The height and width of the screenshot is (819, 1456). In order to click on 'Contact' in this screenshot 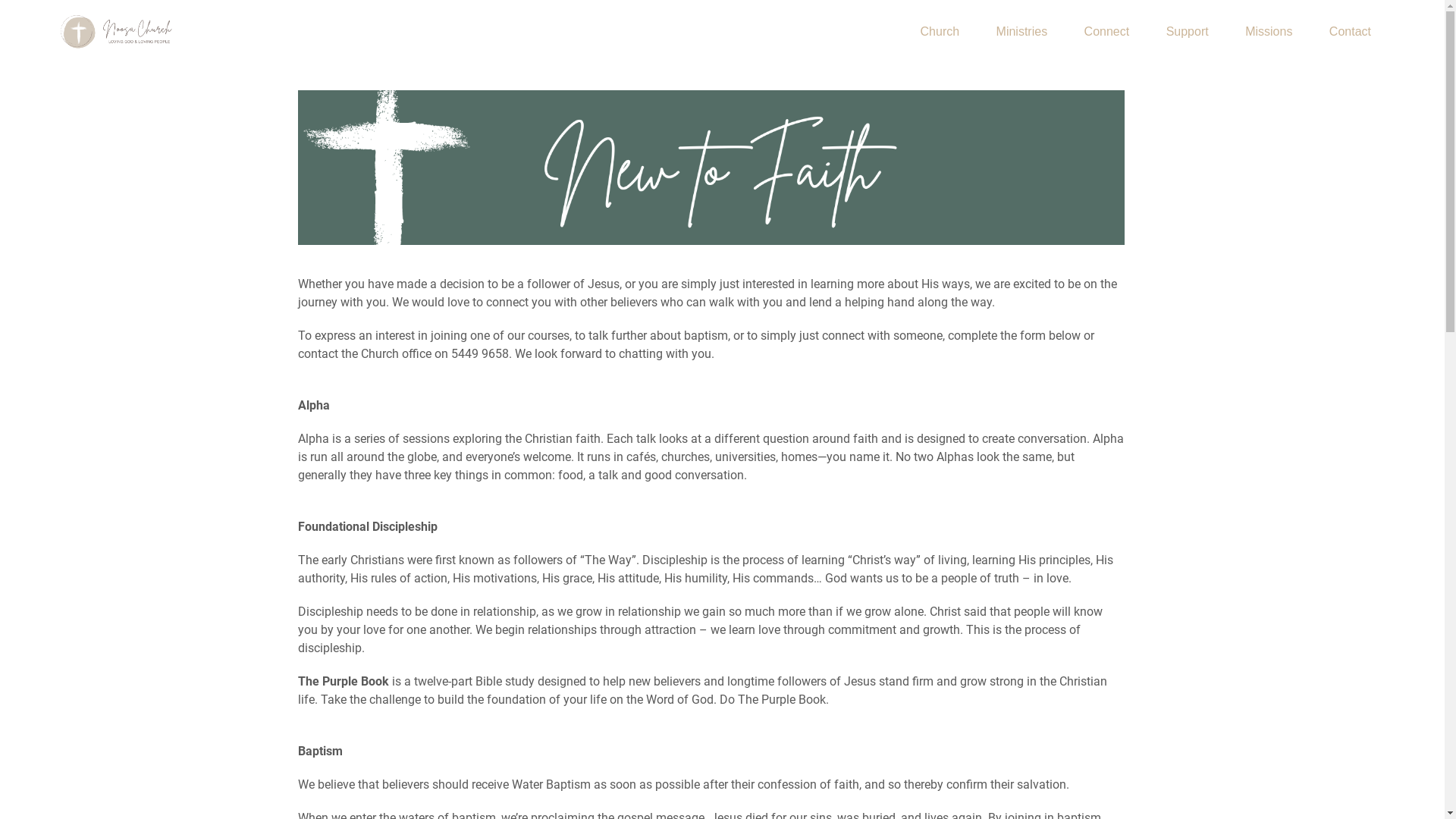, I will do `click(1350, 32)`.